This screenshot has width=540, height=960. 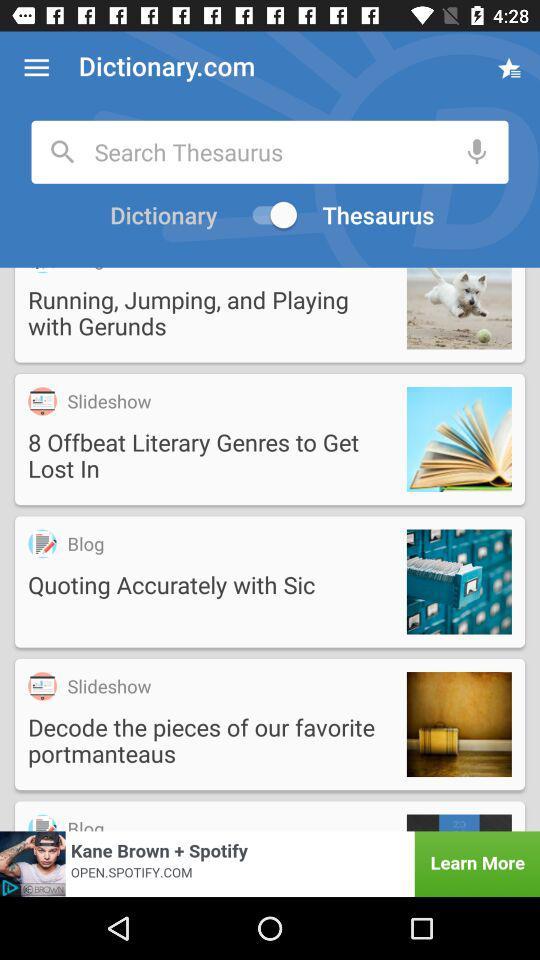 I want to click on thesaurus, so click(x=380, y=215).